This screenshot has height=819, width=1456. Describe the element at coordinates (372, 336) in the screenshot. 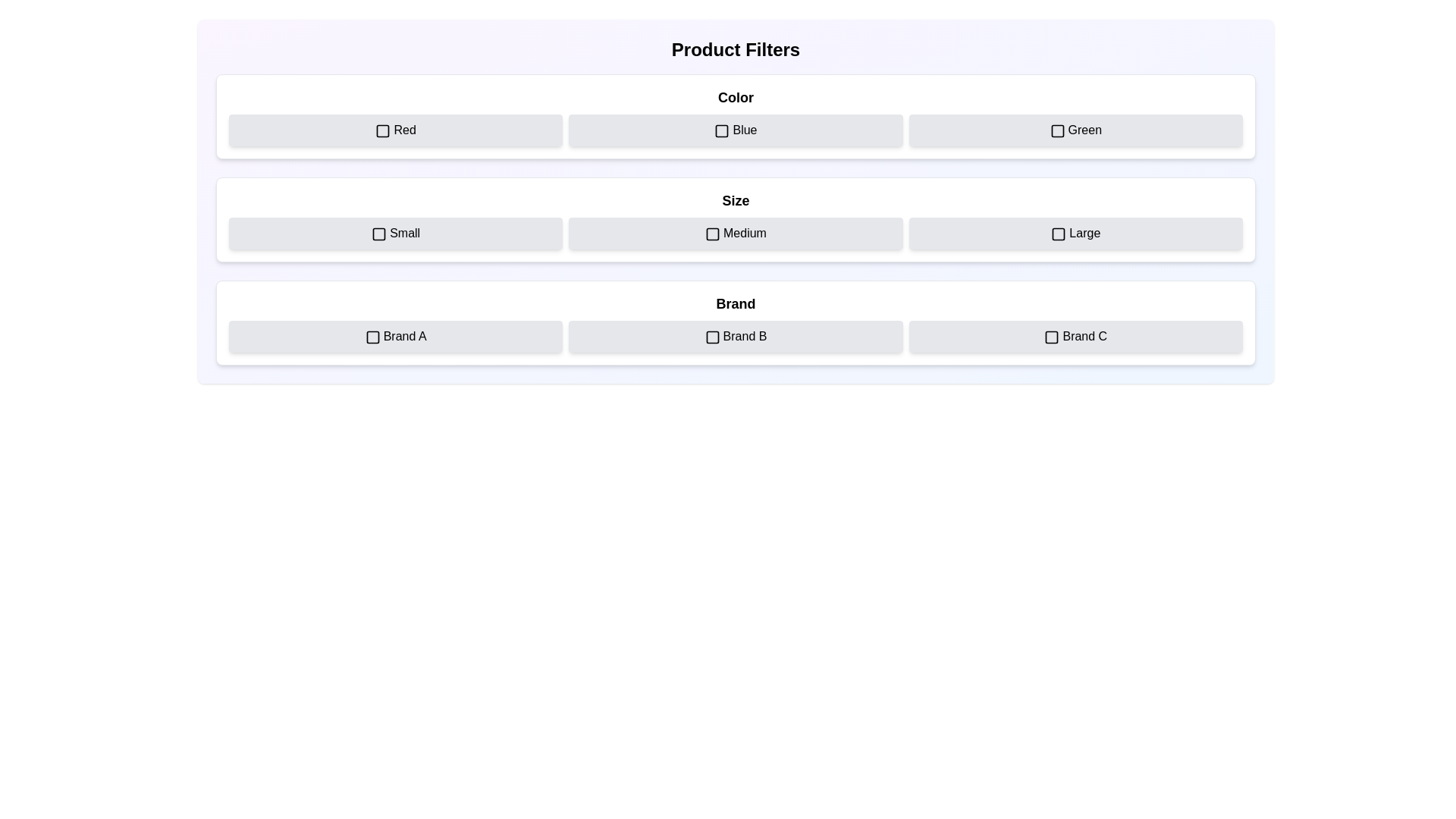

I see `the checkbox` at that location.